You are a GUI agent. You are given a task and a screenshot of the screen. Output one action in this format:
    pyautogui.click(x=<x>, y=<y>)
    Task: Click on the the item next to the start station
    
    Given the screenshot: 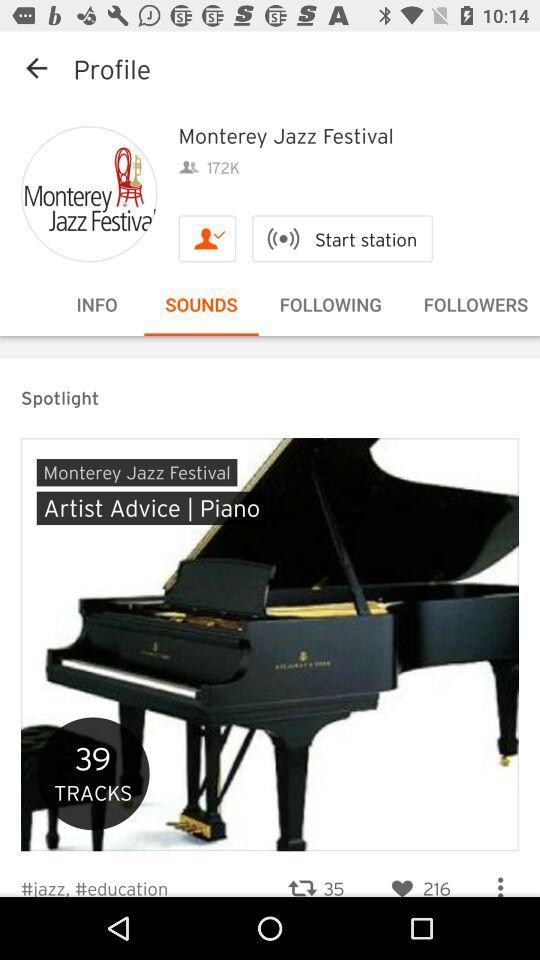 What is the action you would take?
    pyautogui.click(x=206, y=238)
    